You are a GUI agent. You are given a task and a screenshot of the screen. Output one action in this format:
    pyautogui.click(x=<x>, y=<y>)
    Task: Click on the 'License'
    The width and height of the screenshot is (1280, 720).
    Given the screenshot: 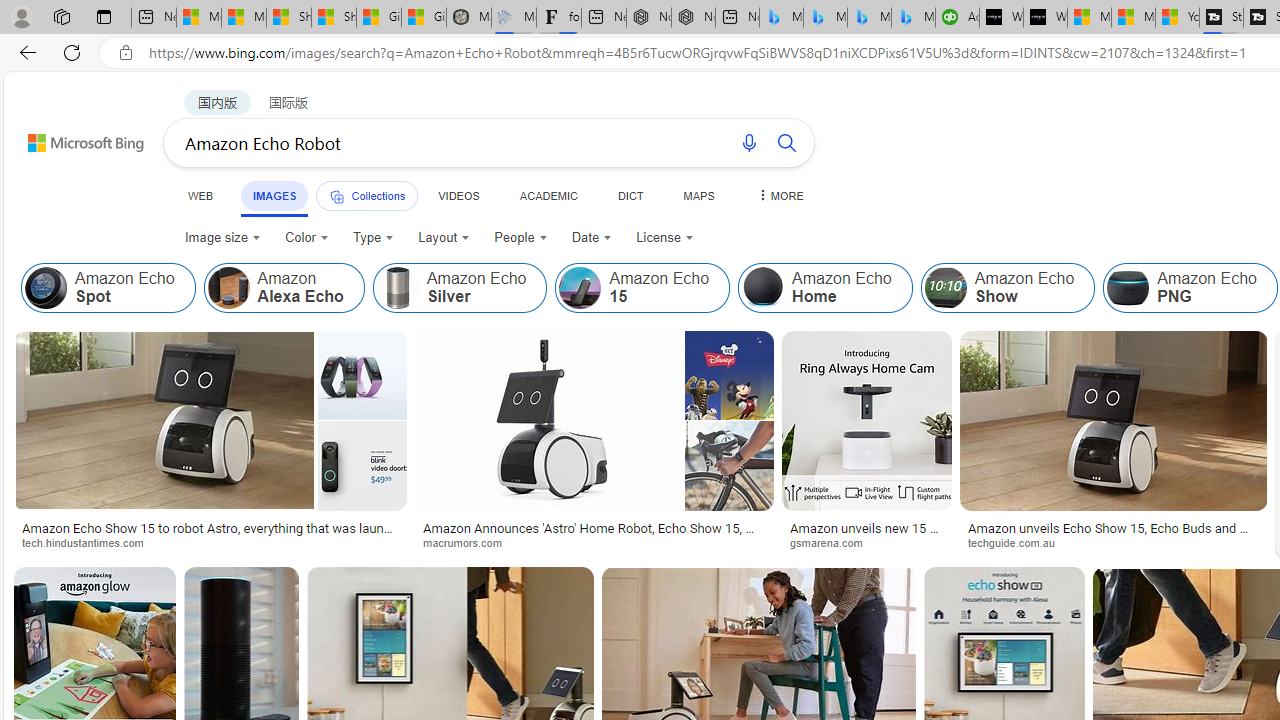 What is the action you would take?
    pyautogui.click(x=664, y=236)
    